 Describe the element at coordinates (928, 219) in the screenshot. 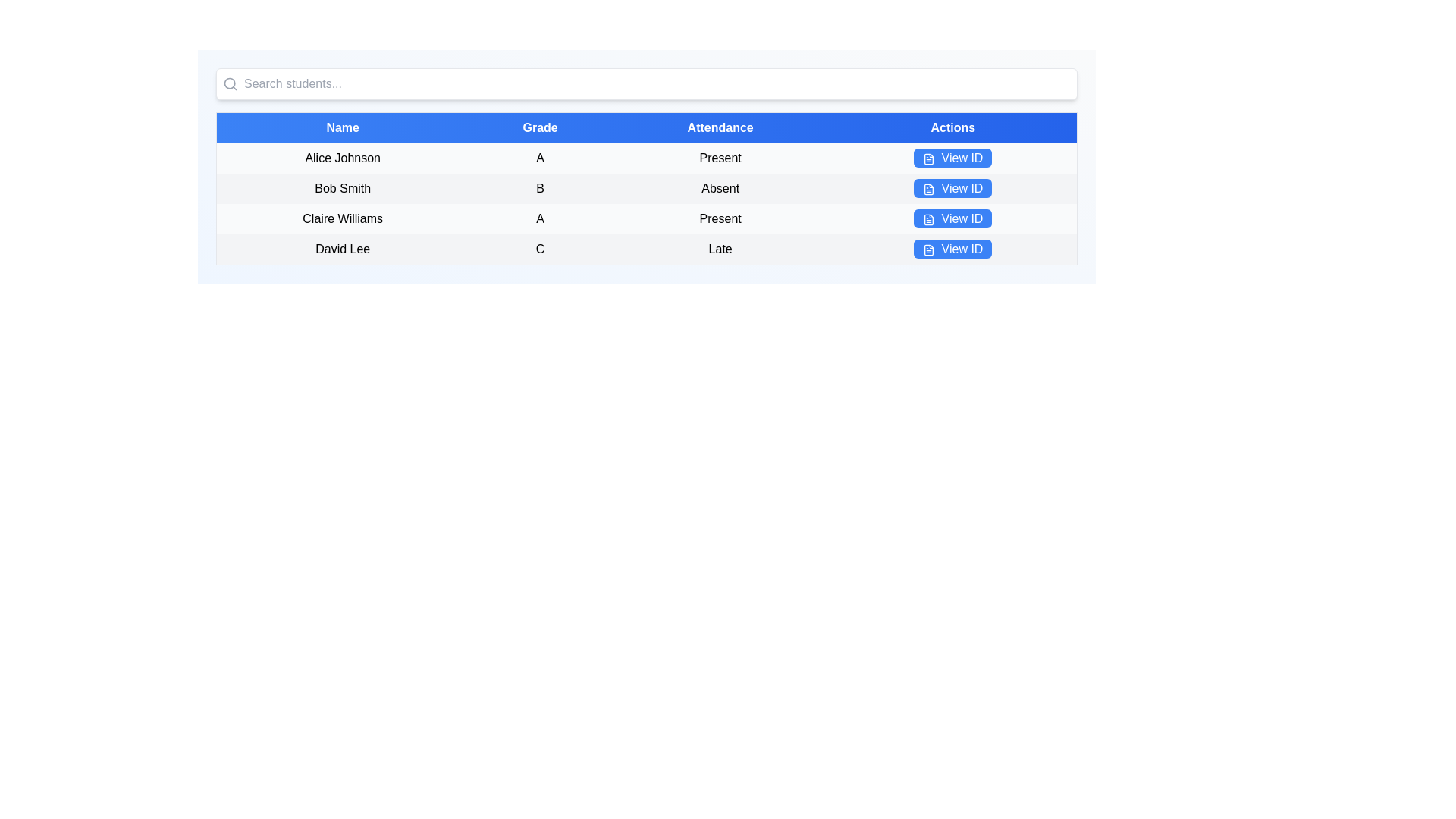

I see `the file document icon located in the 'Actions' column of the third row of the table` at that location.